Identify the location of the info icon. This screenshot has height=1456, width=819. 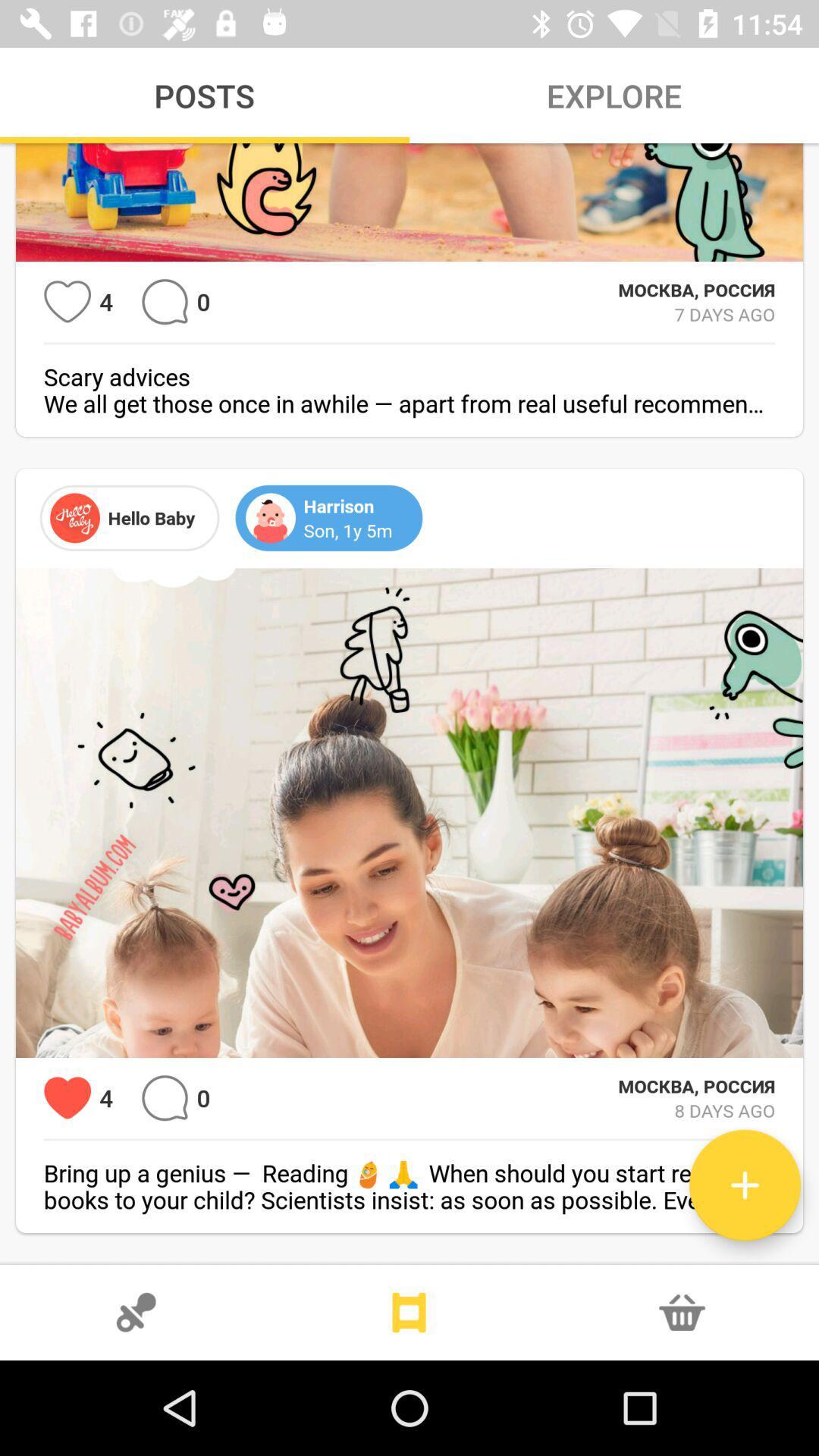
(681, 1312).